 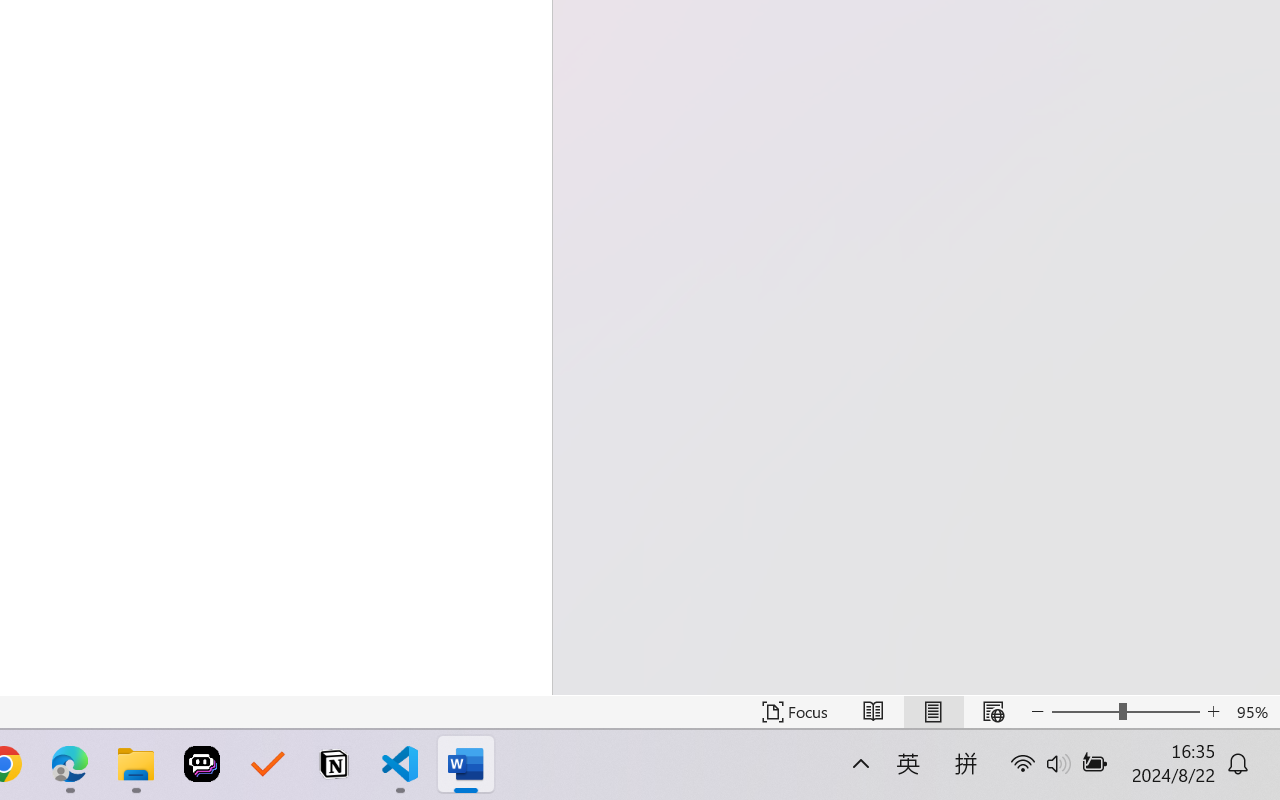 What do you see at coordinates (334, 764) in the screenshot?
I see `'Notion'` at bounding box center [334, 764].